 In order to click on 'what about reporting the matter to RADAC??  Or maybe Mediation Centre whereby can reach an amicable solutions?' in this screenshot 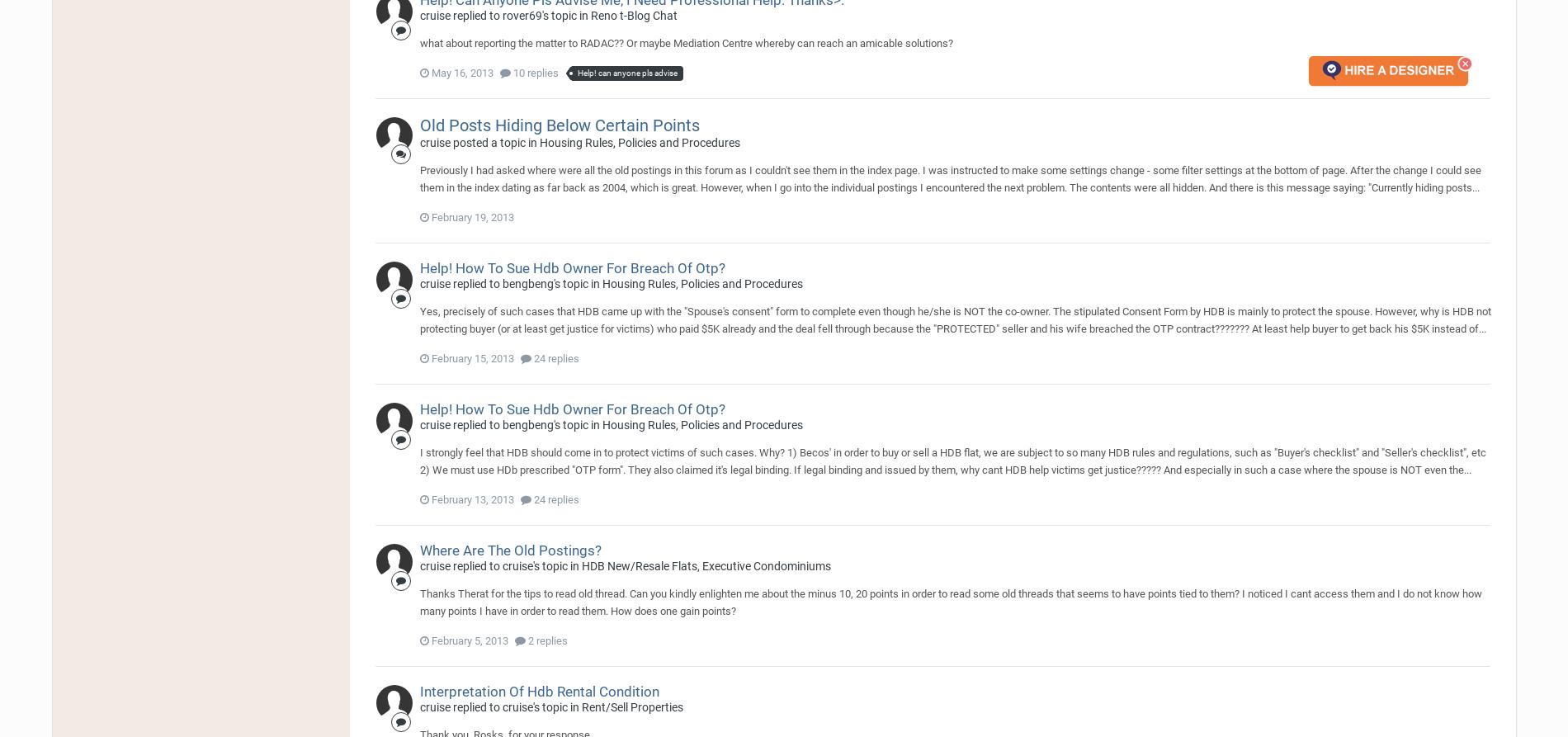, I will do `click(685, 43)`.